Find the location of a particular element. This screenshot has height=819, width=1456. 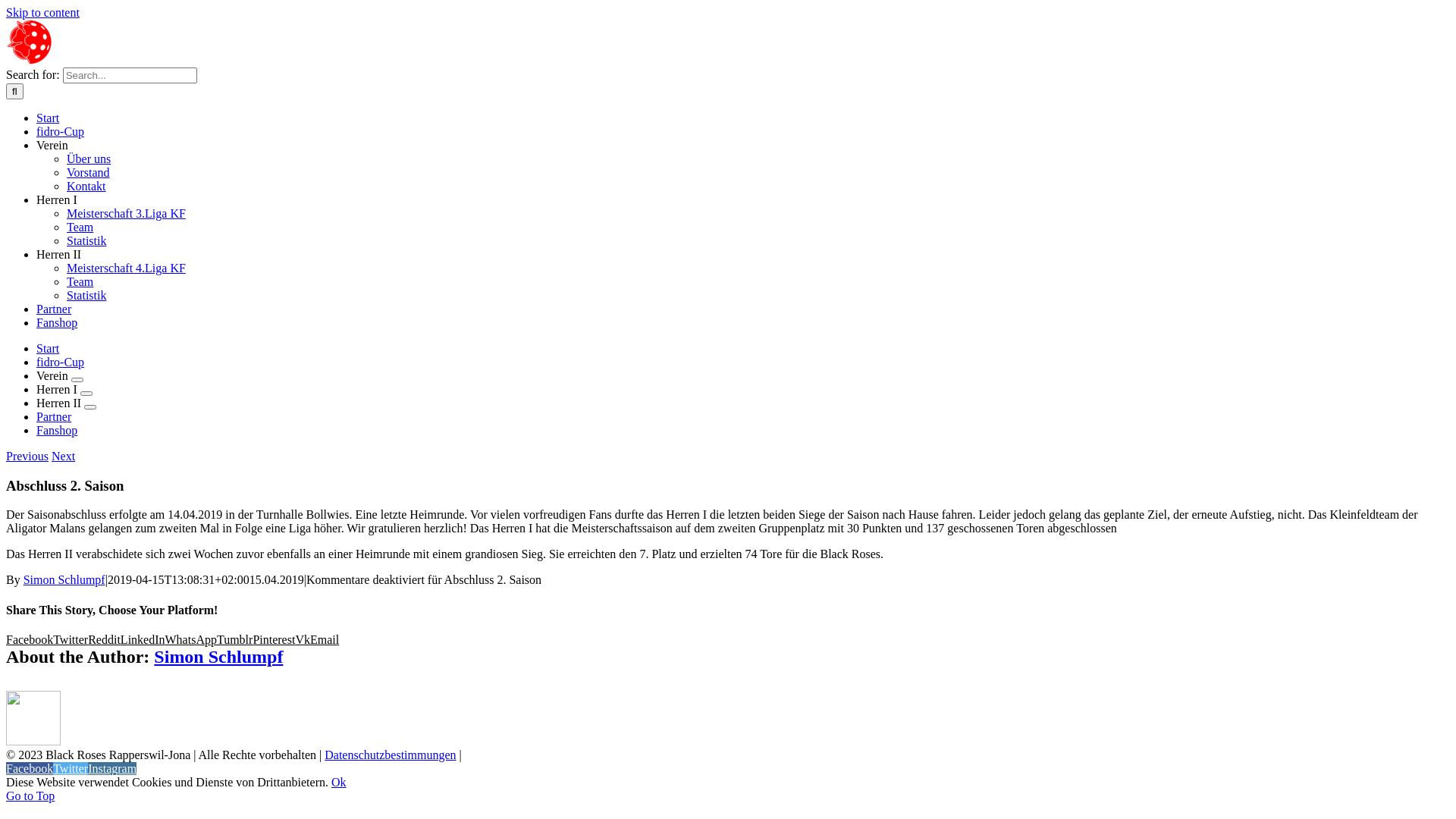

'Verein' is located at coordinates (54, 375).